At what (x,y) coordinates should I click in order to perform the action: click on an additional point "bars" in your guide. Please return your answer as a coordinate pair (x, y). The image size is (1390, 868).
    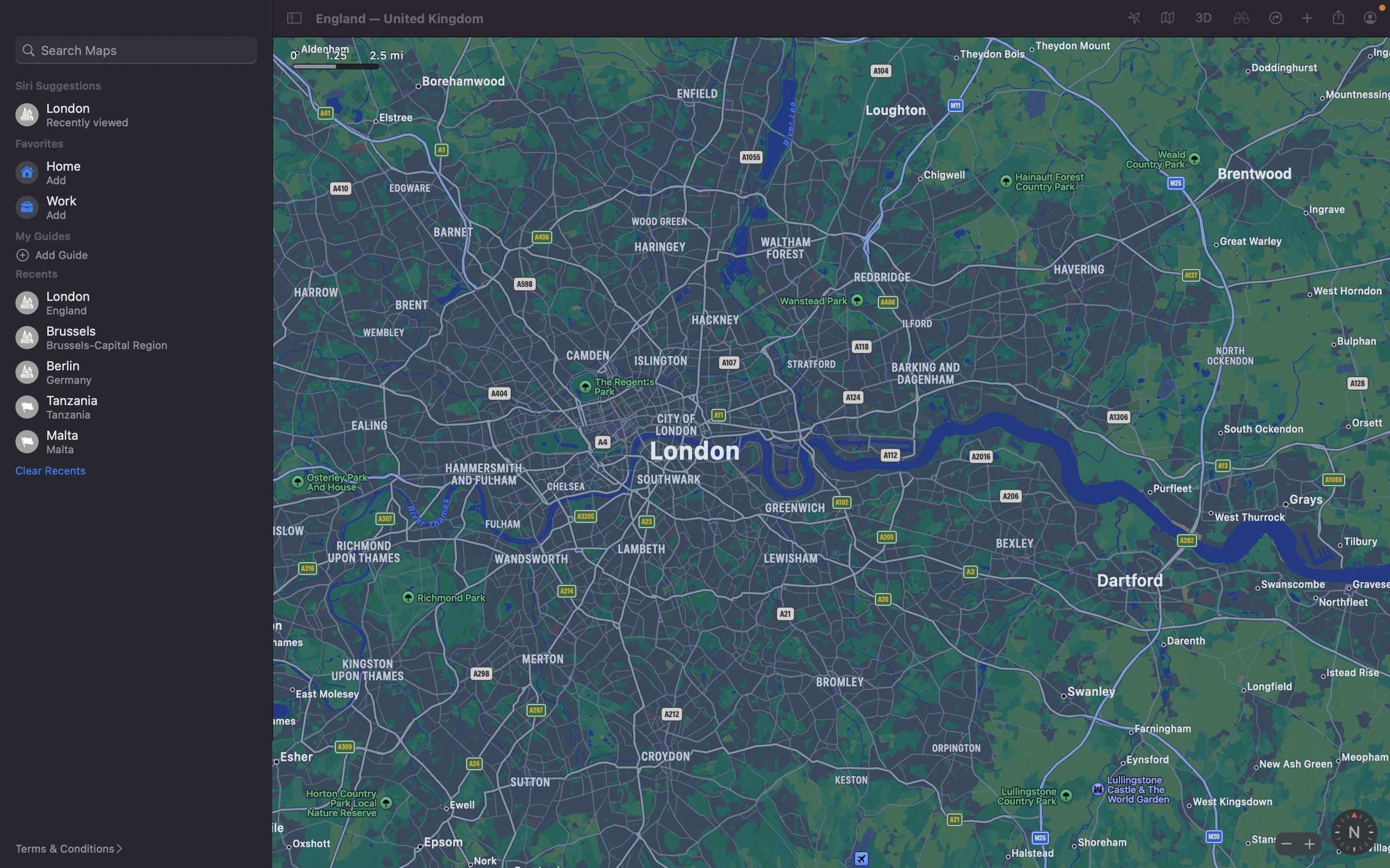
    Looking at the image, I should click on (140, 254).